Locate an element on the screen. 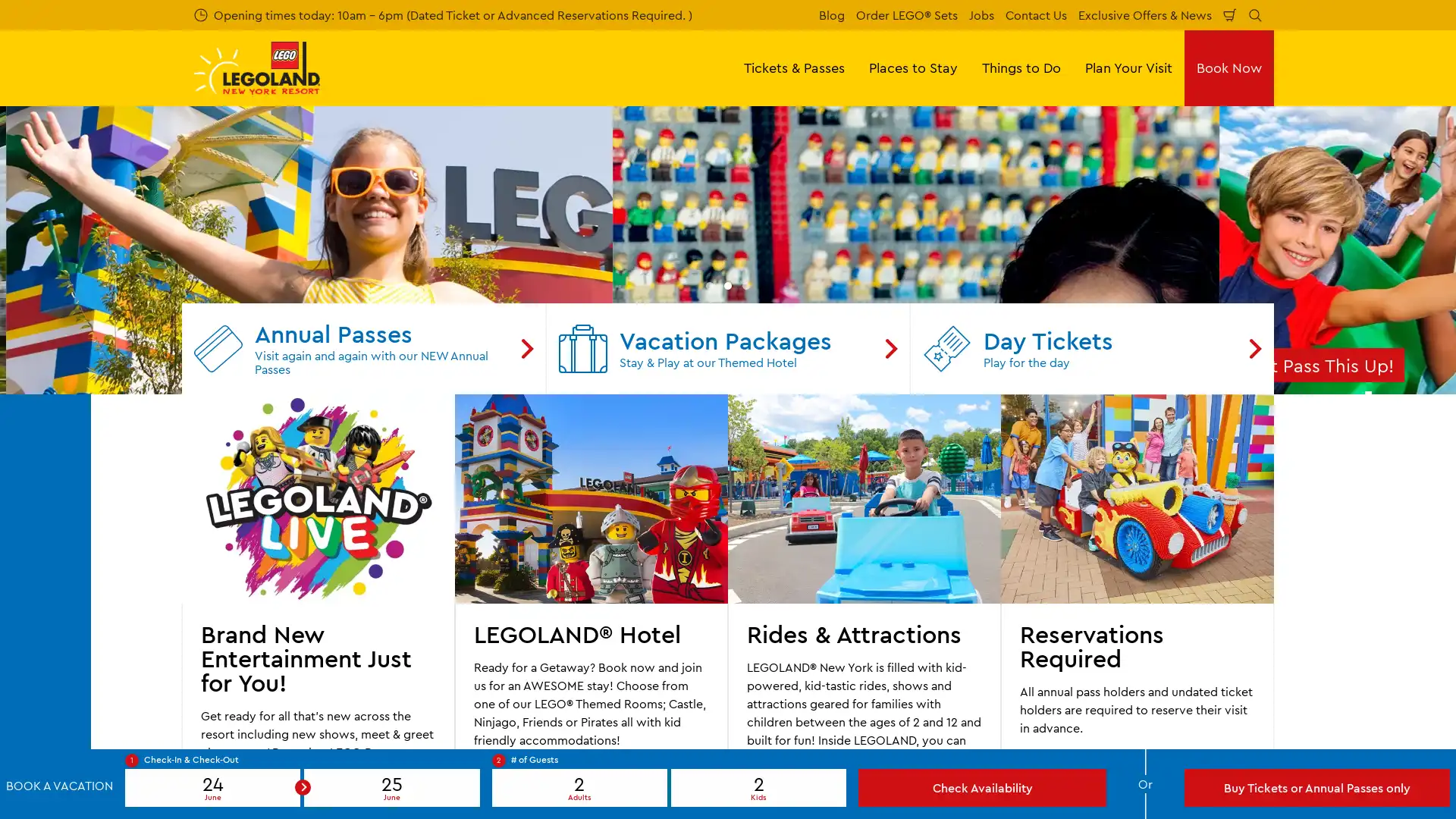 This screenshot has width=1456, height=819. Go to slide 3 is located at coordinates (745, 587).